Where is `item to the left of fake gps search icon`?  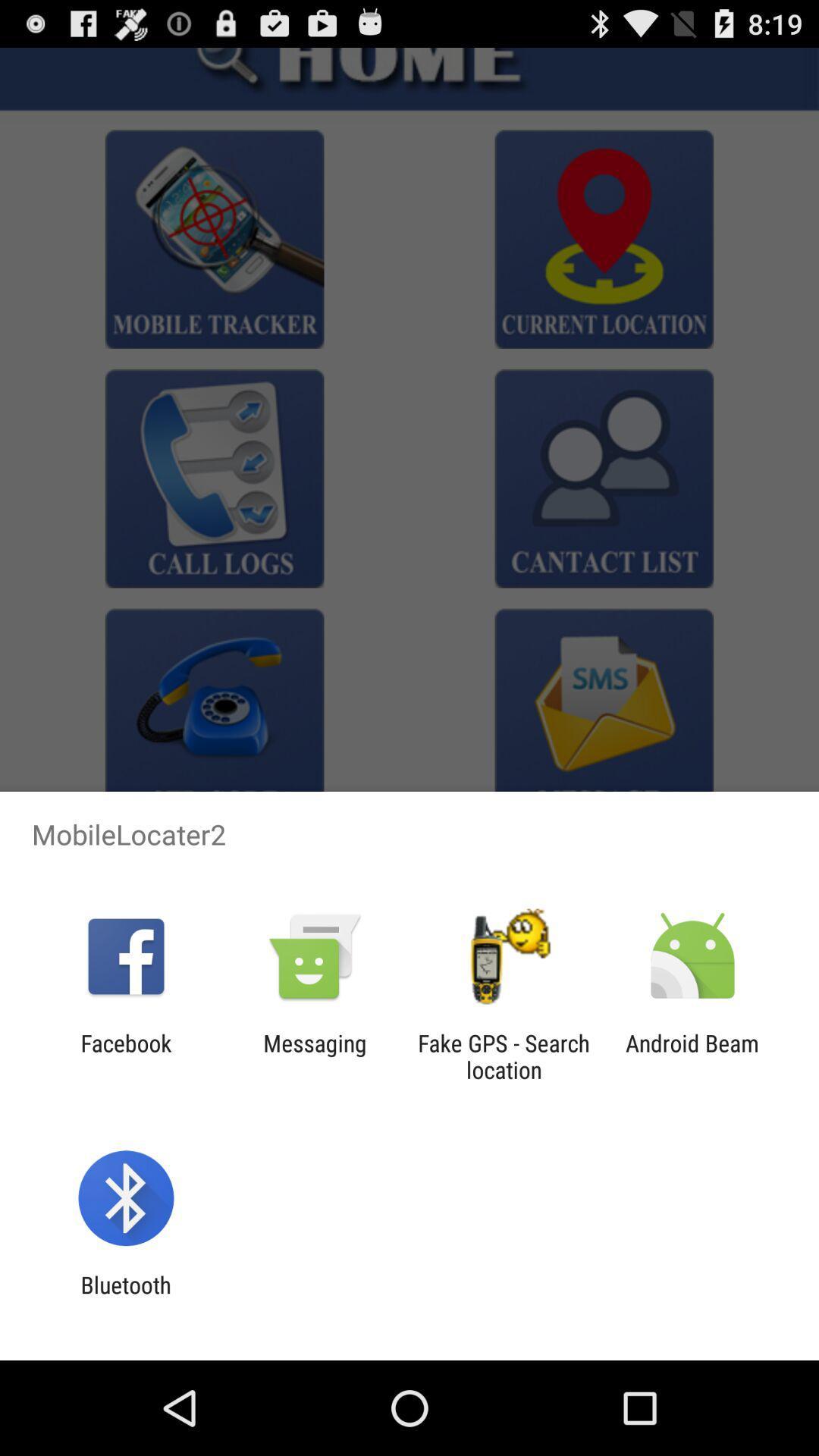 item to the left of fake gps search icon is located at coordinates (314, 1056).